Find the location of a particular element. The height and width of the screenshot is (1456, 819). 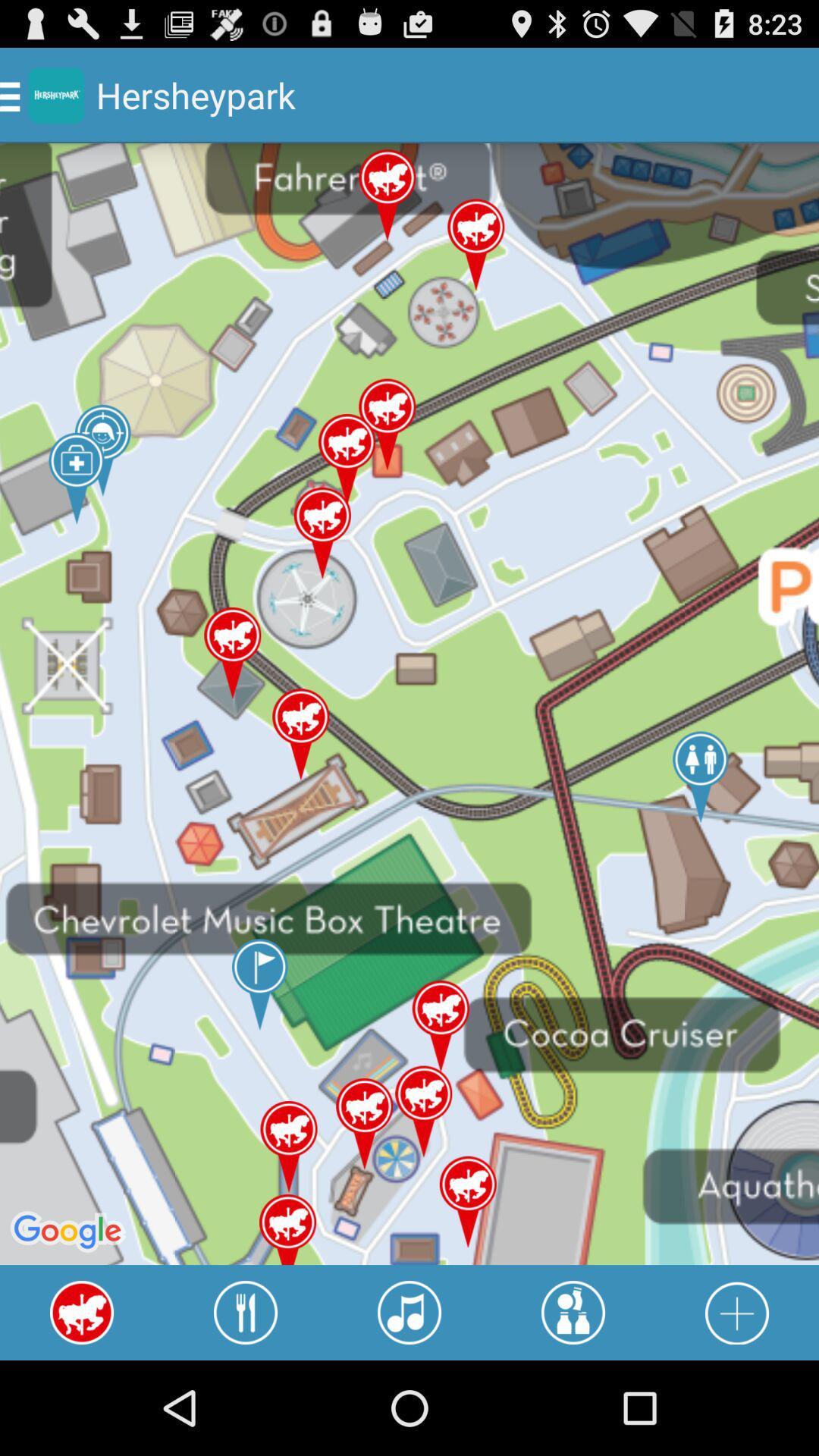

attractions is located at coordinates (573, 1312).